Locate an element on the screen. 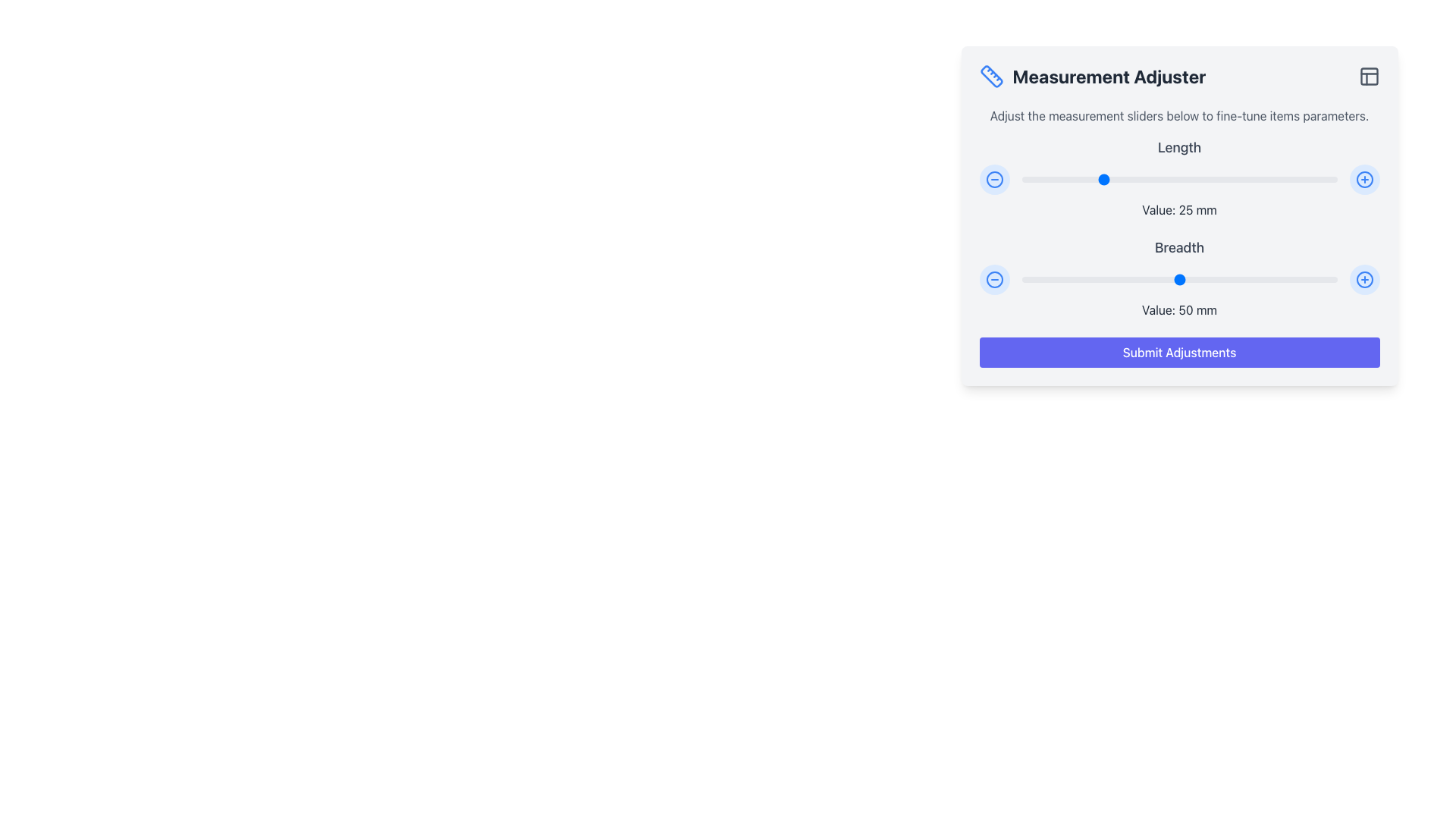 Image resolution: width=1456 pixels, height=819 pixels. the circular blue icon with a horizontal minus symbol, styled as a button, located to the left of the breadth slider labeled 'Value: 50 mm' is located at coordinates (994, 280).